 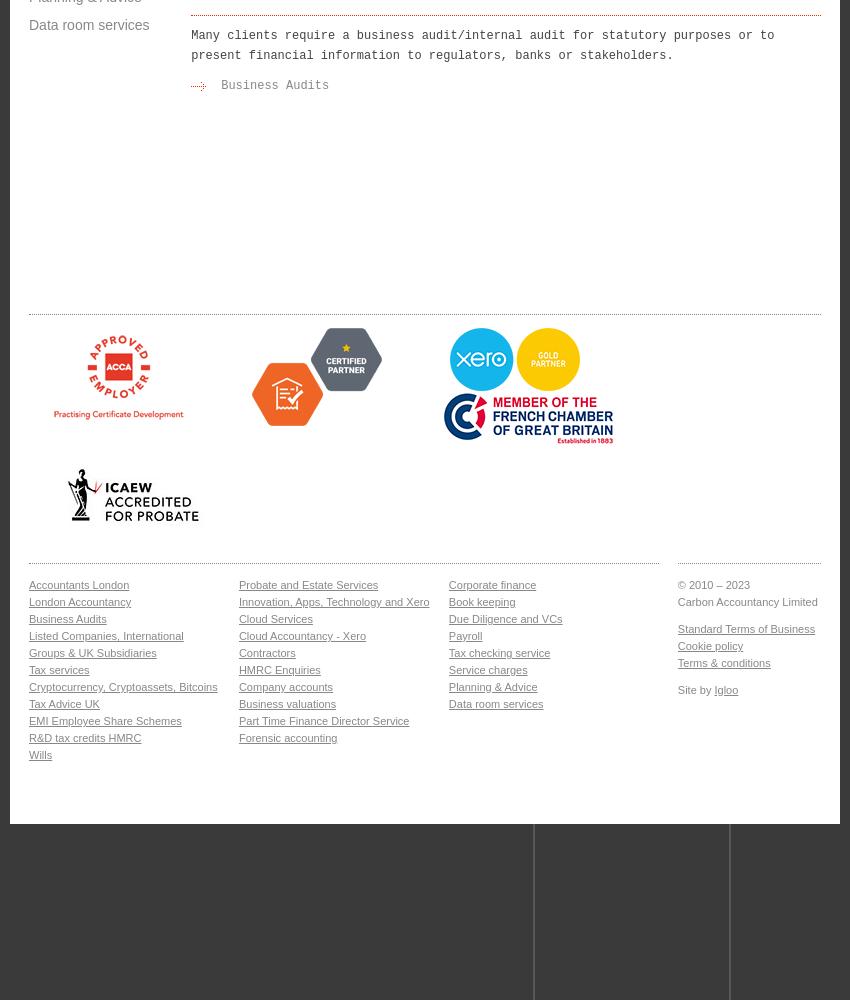 I want to click on 'Standard Terms of Business', so click(x=745, y=629).